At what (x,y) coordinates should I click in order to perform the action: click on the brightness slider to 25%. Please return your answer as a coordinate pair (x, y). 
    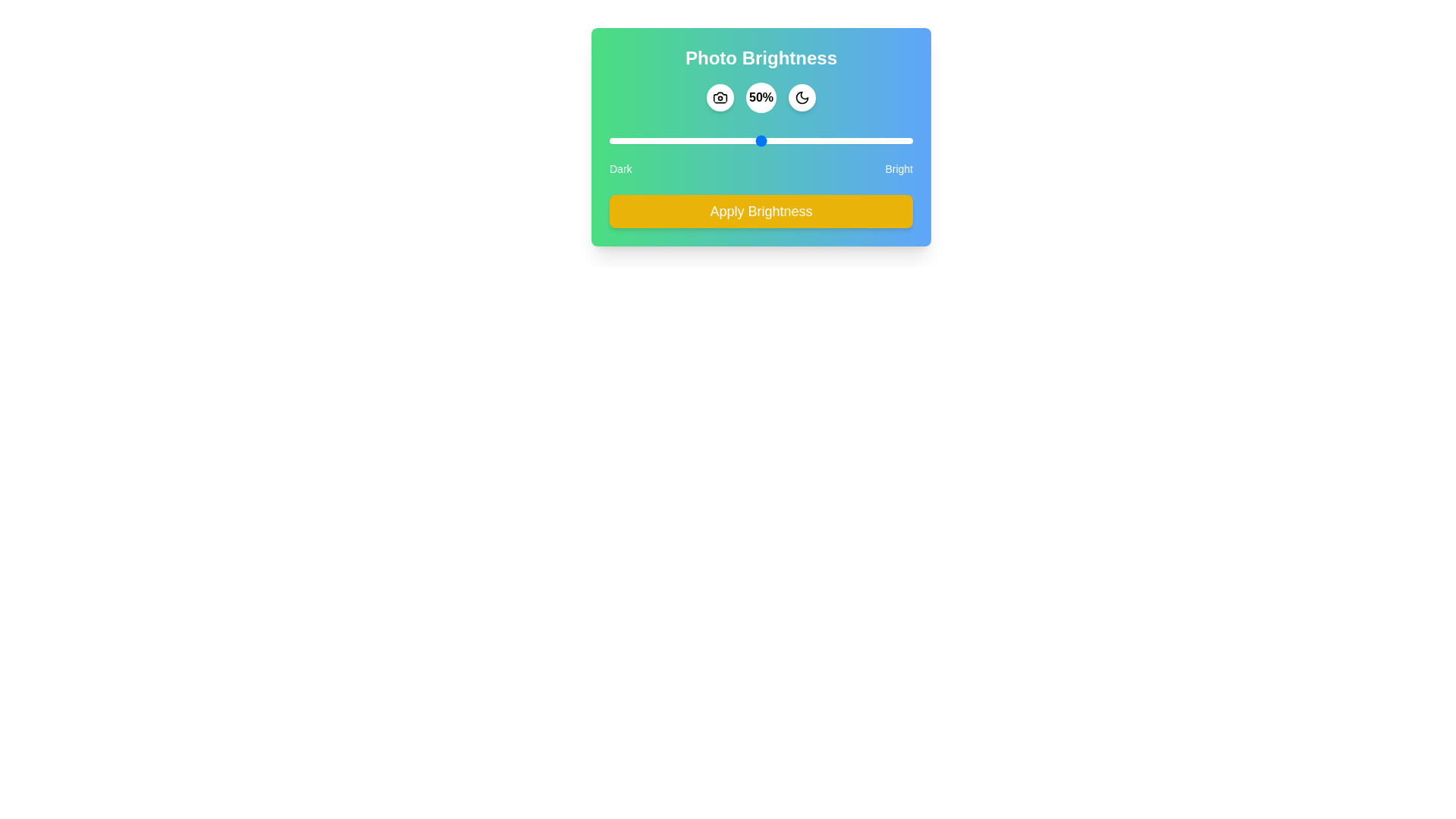
    Looking at the image, I should click on (684, 140).